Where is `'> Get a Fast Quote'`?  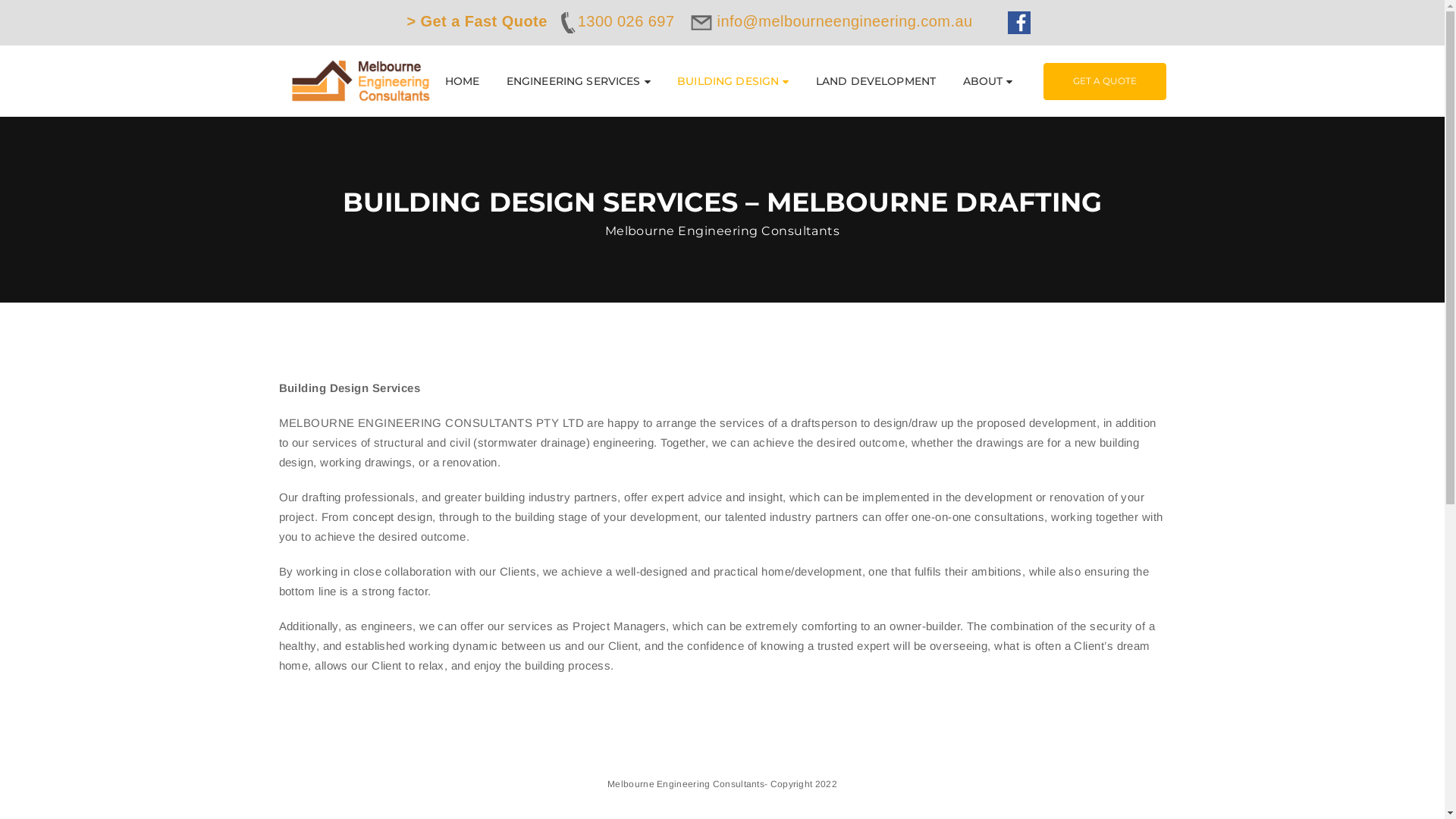 '> Get a Fast Quote' is located at coordinates (475, 20).